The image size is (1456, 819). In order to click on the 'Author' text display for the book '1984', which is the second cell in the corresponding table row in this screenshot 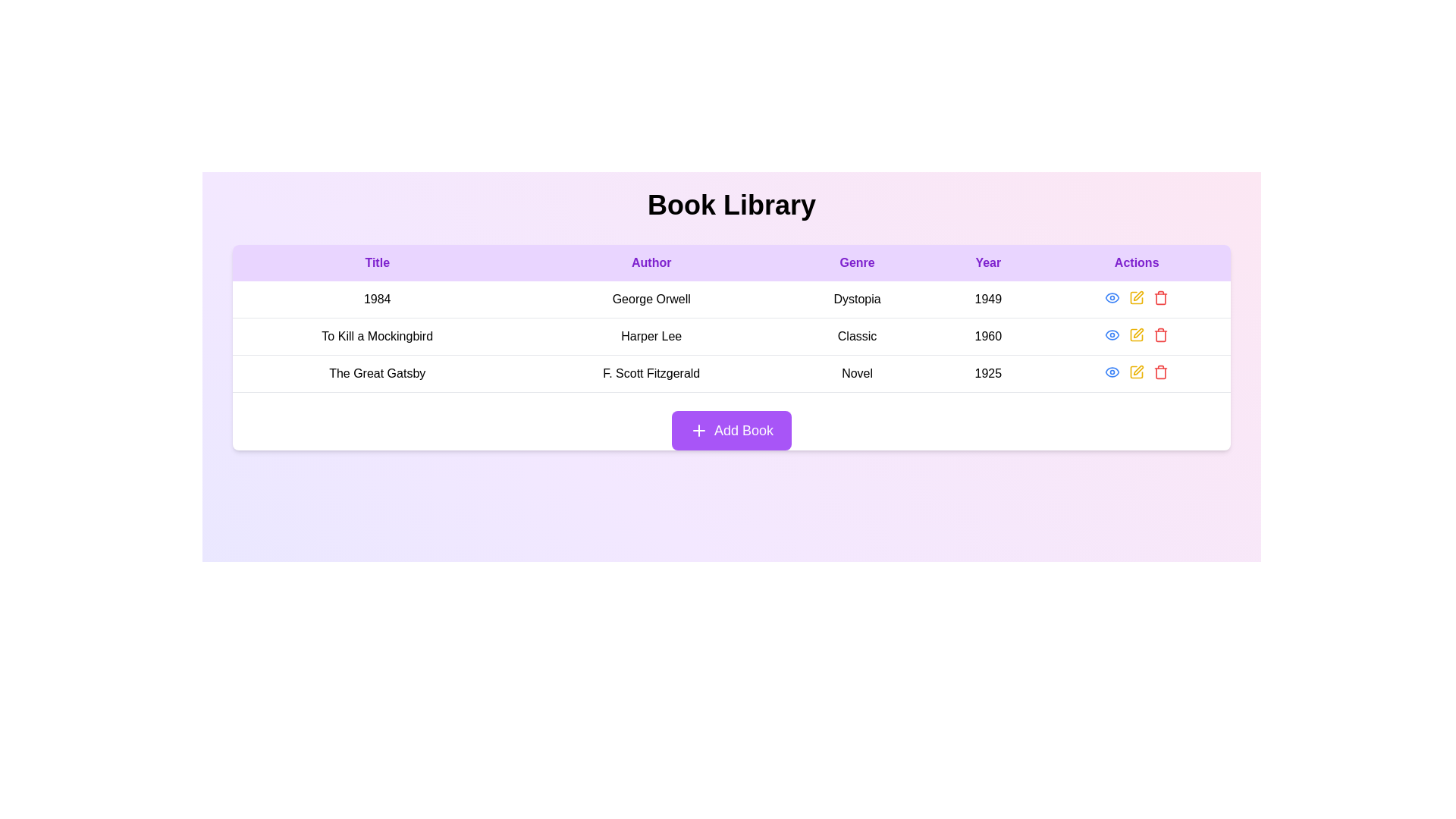, I will do `click(651, 300)`.